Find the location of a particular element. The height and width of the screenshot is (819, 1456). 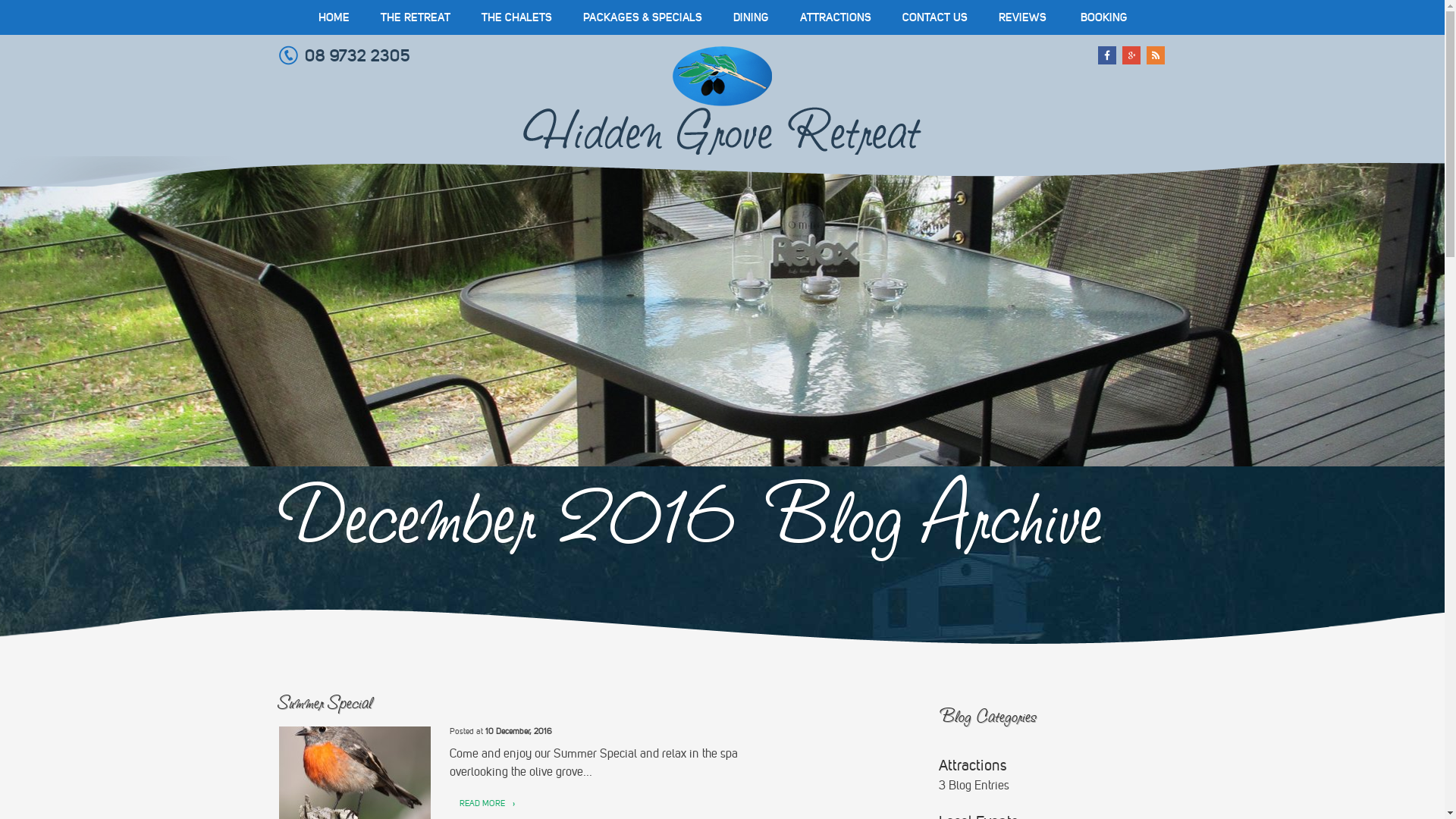

'CONTACT US' is located at coordinates (934, 17).